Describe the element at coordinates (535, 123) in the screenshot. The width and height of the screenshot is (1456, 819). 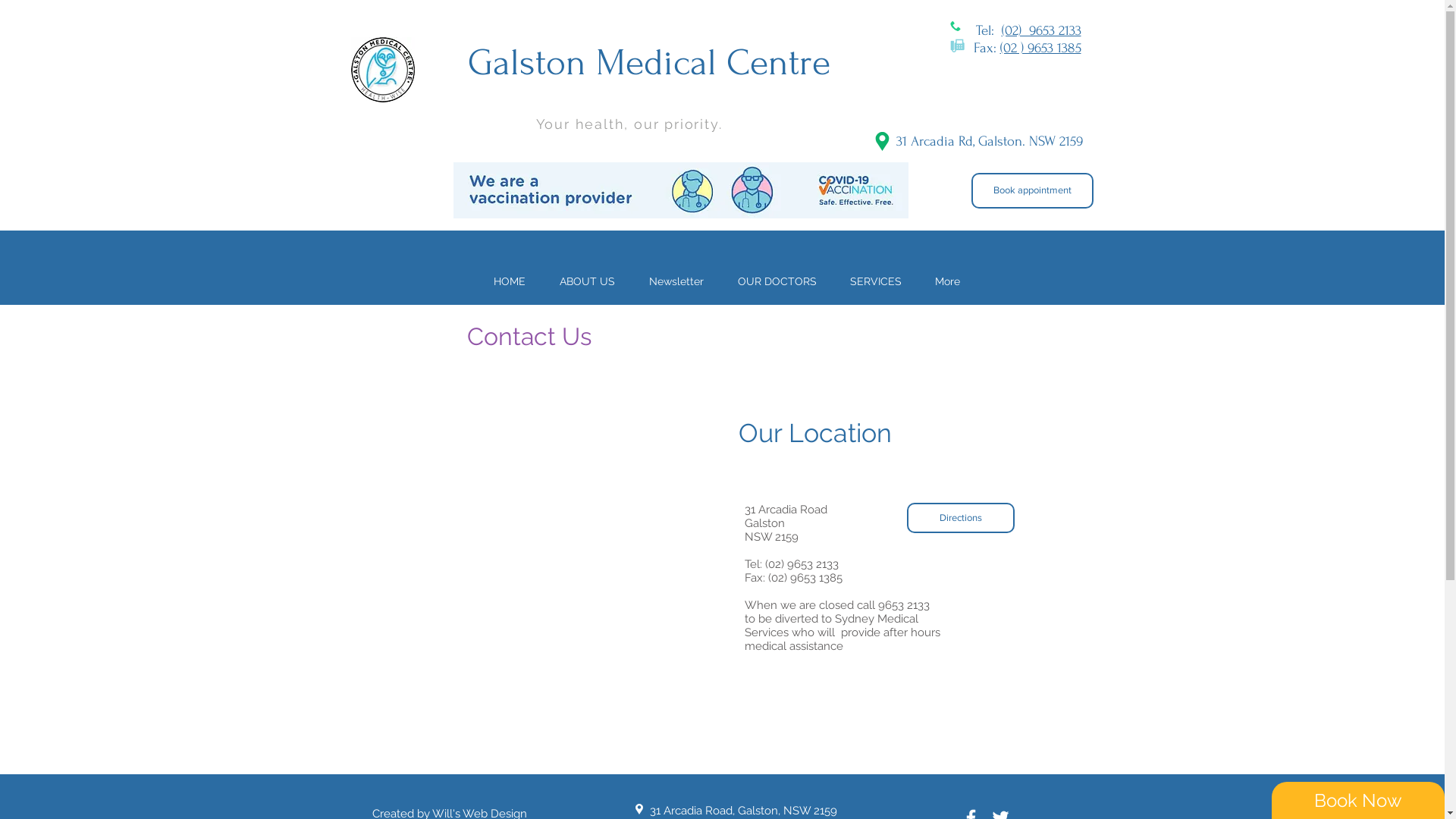
I see `'Your health, our priority.'` at that location.